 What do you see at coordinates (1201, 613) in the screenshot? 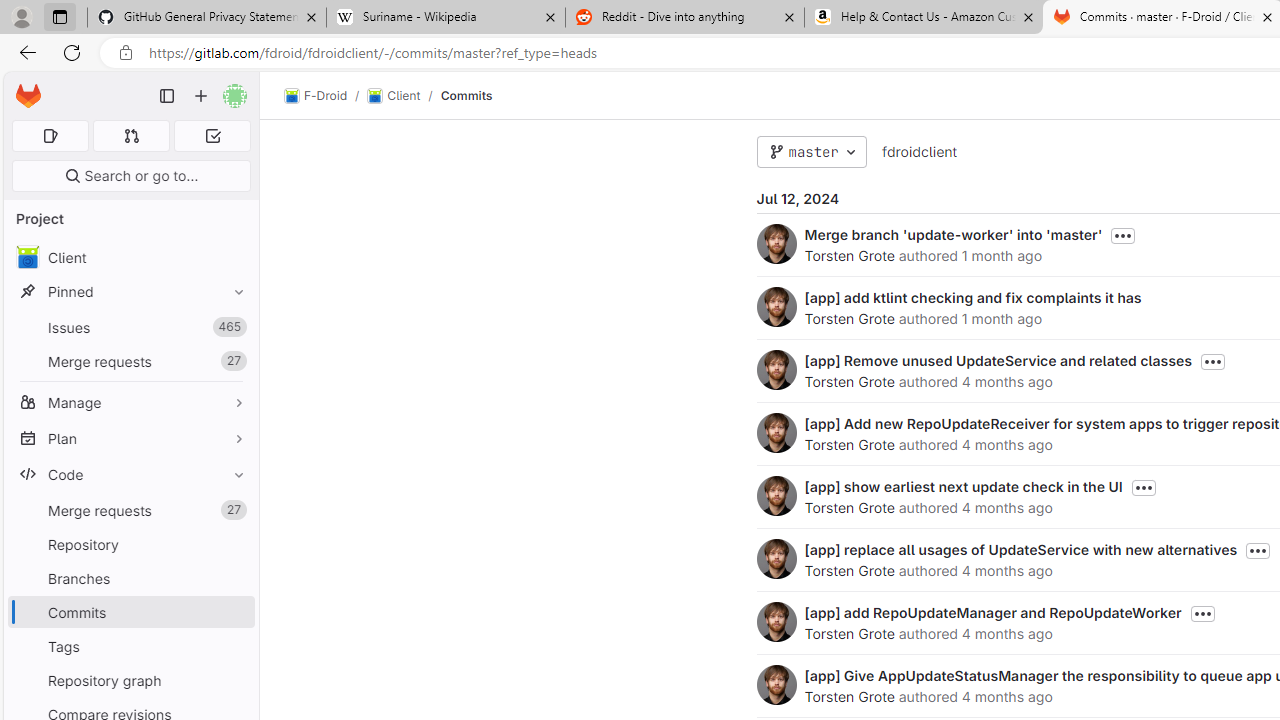
I see `'Class: s16 gl-icon gl-button-icon '` at bounding box center [1201, 613].